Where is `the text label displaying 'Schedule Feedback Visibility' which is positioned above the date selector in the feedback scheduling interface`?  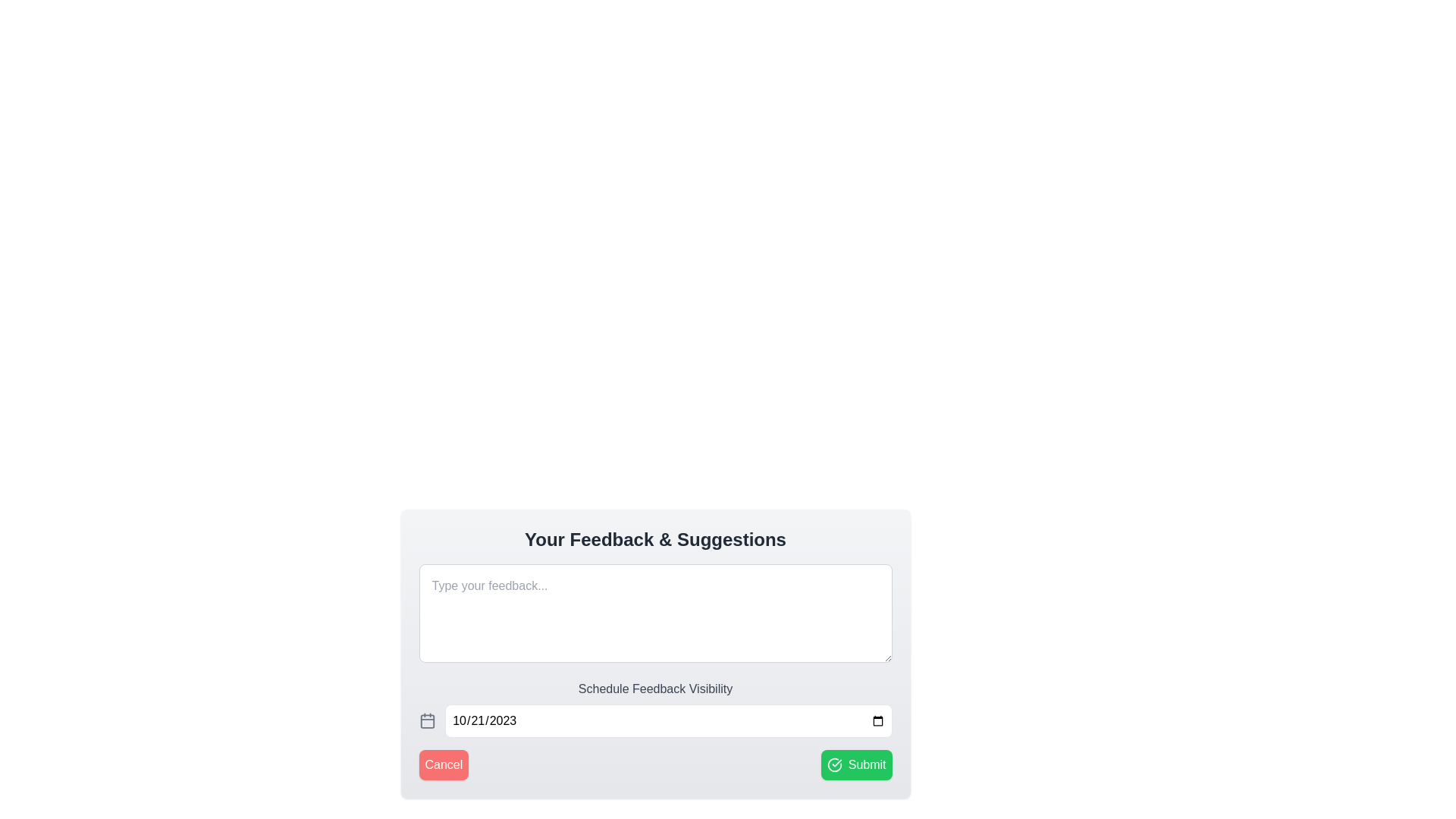 the text label displaying 'Schedule Feedback Visibility' which is positioned above the date selector in the feedback scheduling interface is located at coordinates (655, 689).